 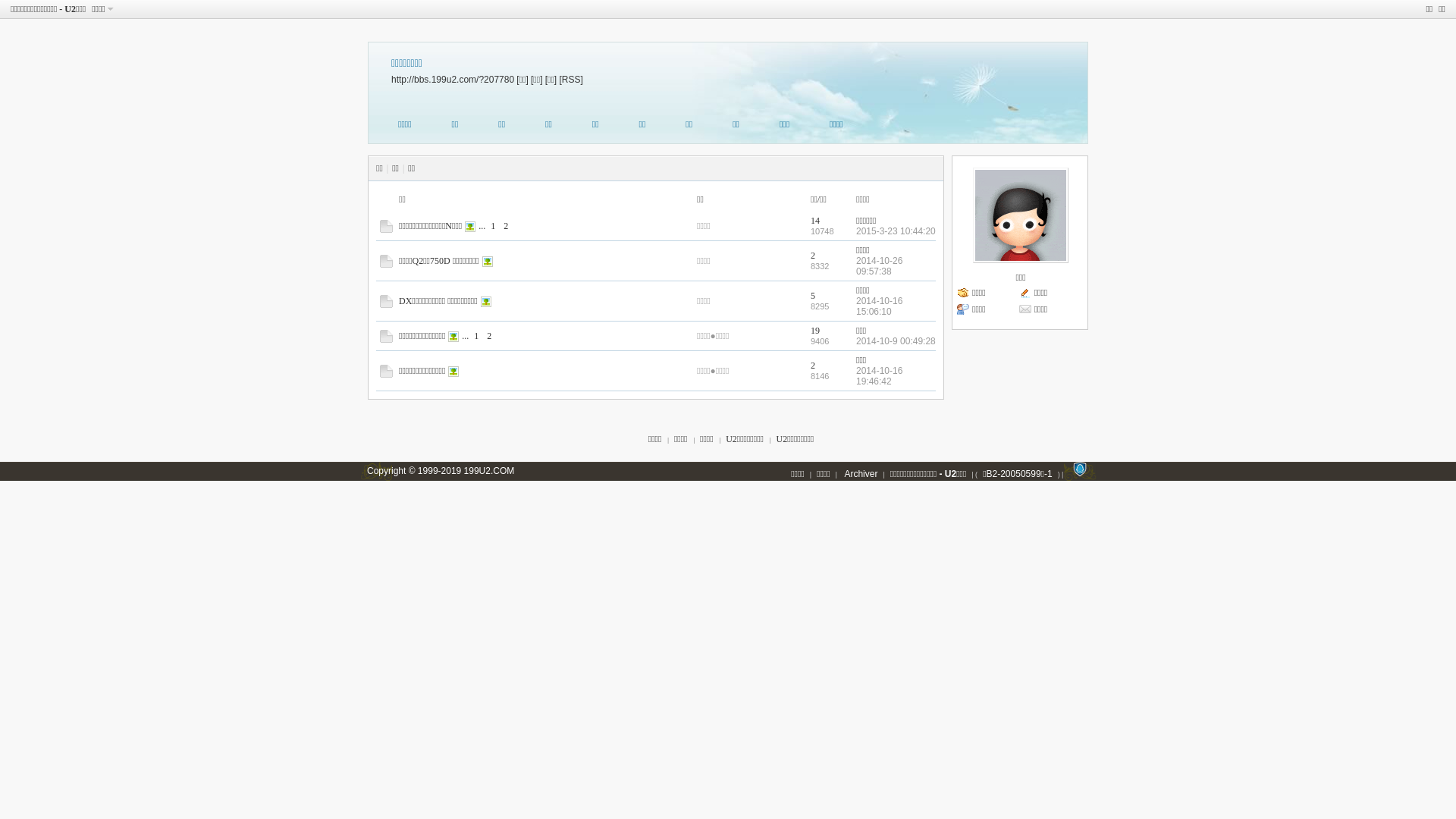 I want to click on '2014-10-9 00:49:28', so click(x=896, y=341).